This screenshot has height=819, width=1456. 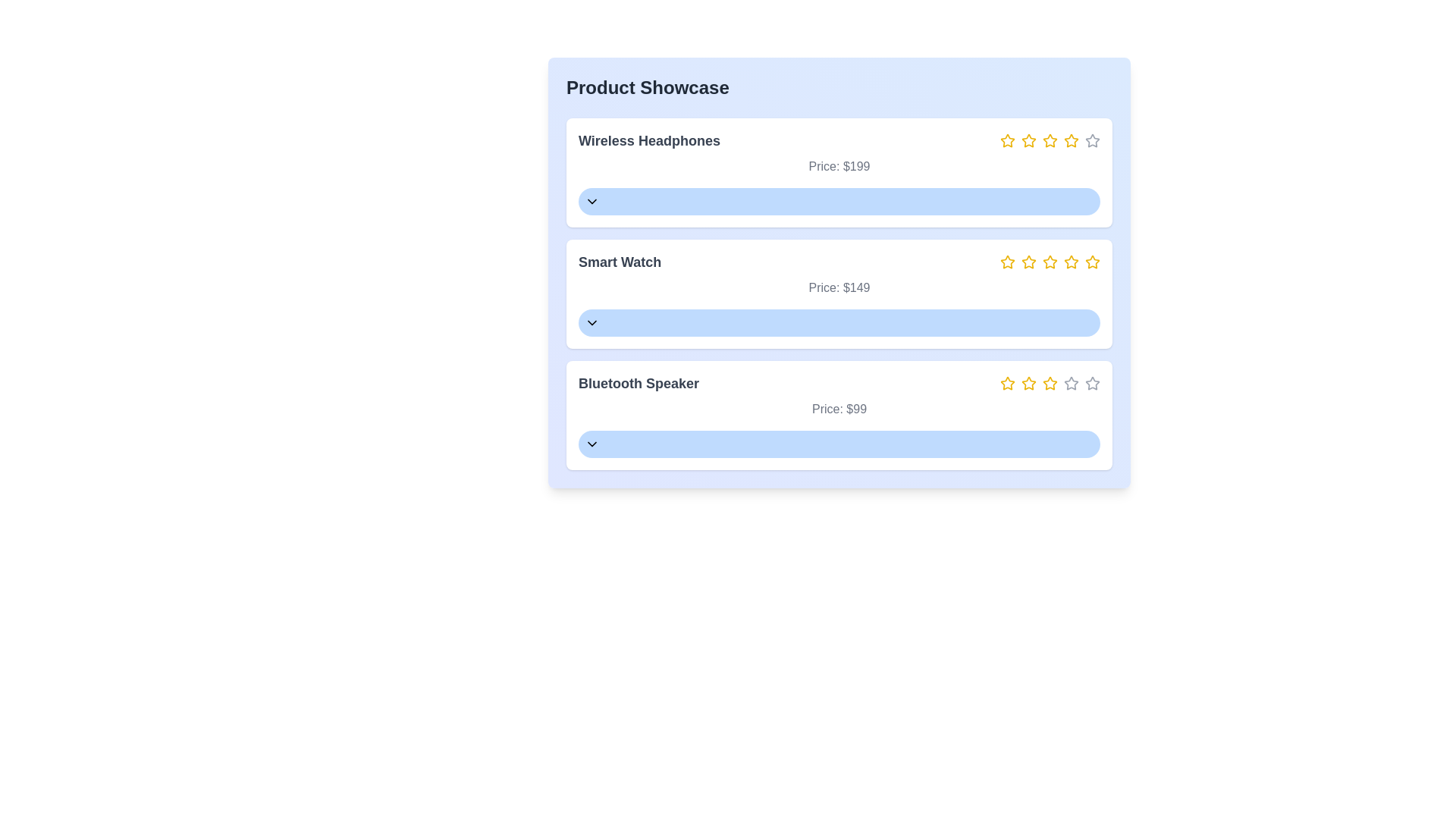 I want to click on the fifth uncolored rating star icon for the product 'Wireless Headphones', so click(x=1092, y=140).